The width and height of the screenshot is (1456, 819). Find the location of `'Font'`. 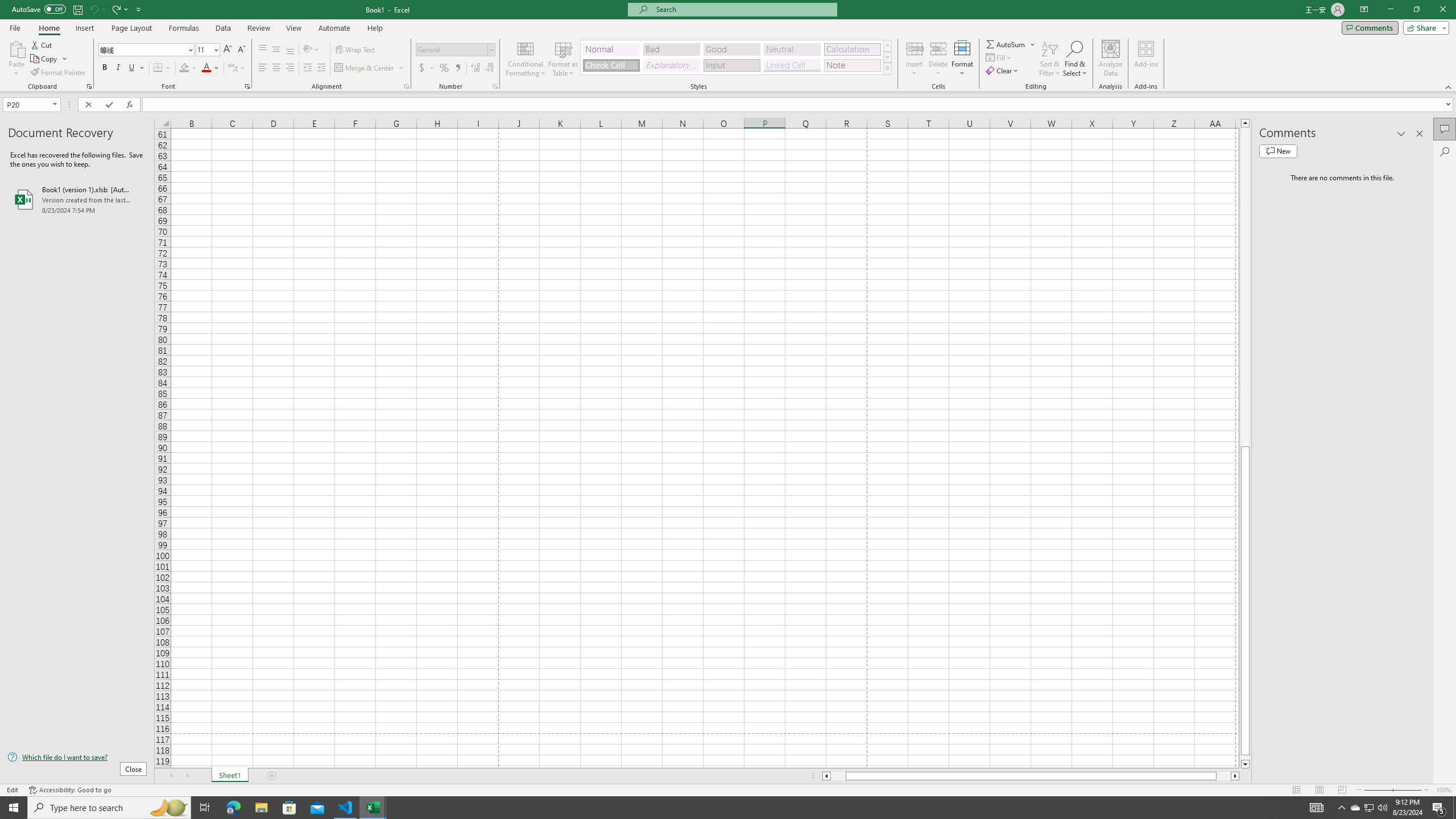

'Font' is located at coordinates (142, 49).